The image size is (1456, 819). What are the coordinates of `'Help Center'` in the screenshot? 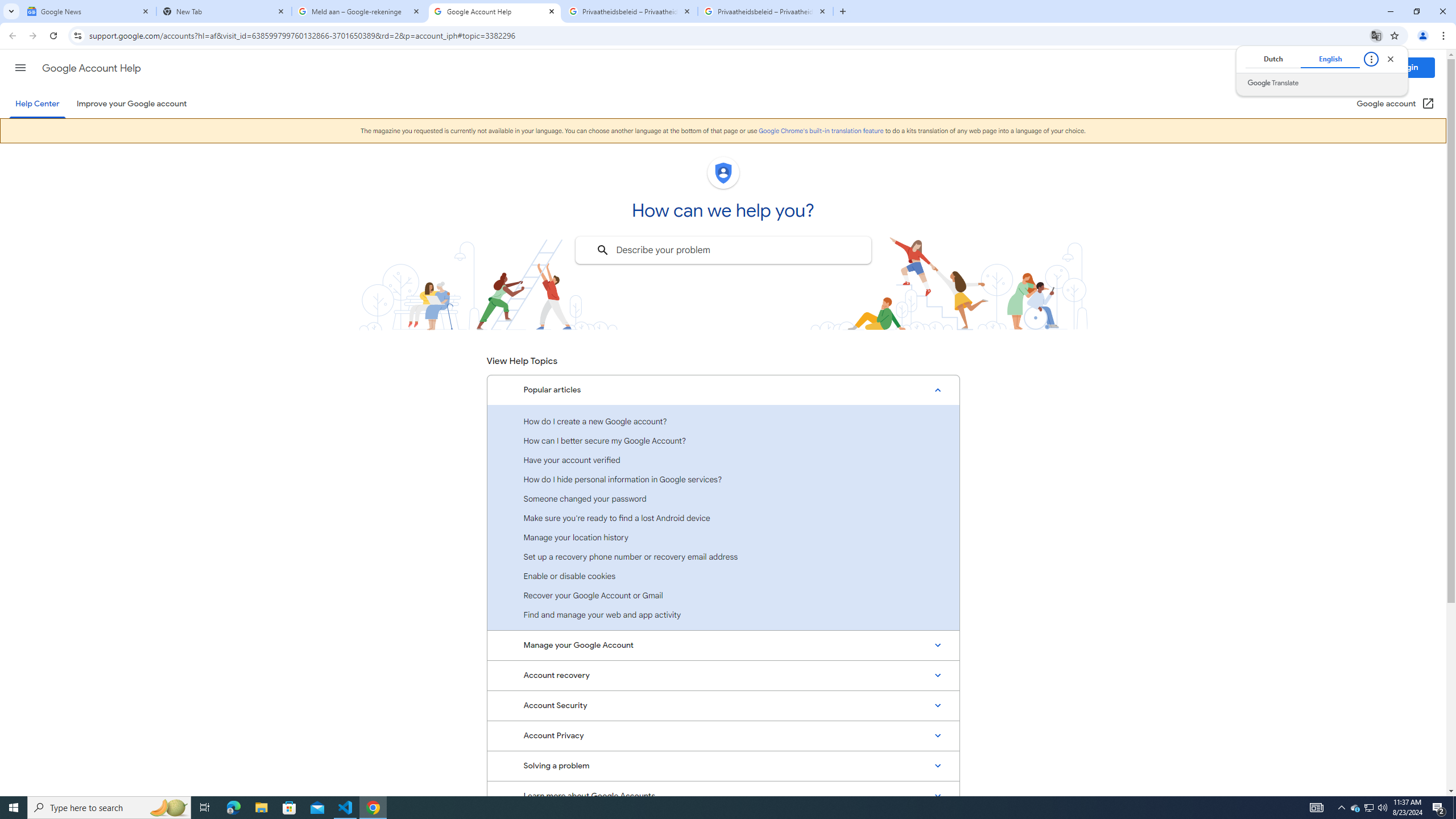 It's located at (37, 103).